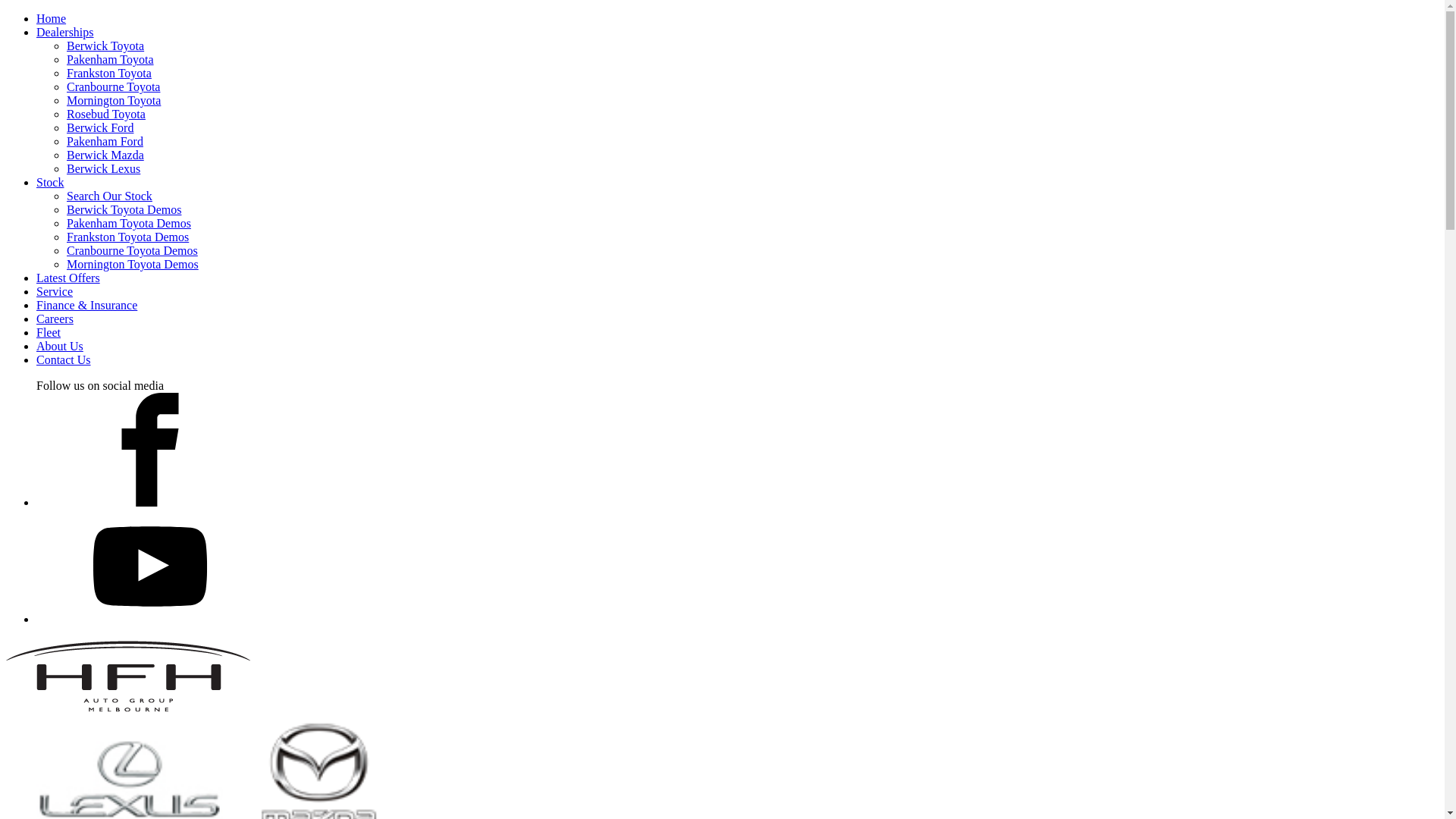 The image size is (1456, 819). What do you see at coordinates (108, 73) in the screenshot?
I see `'Frankston Toyota'` at bounding box center [108, 73].